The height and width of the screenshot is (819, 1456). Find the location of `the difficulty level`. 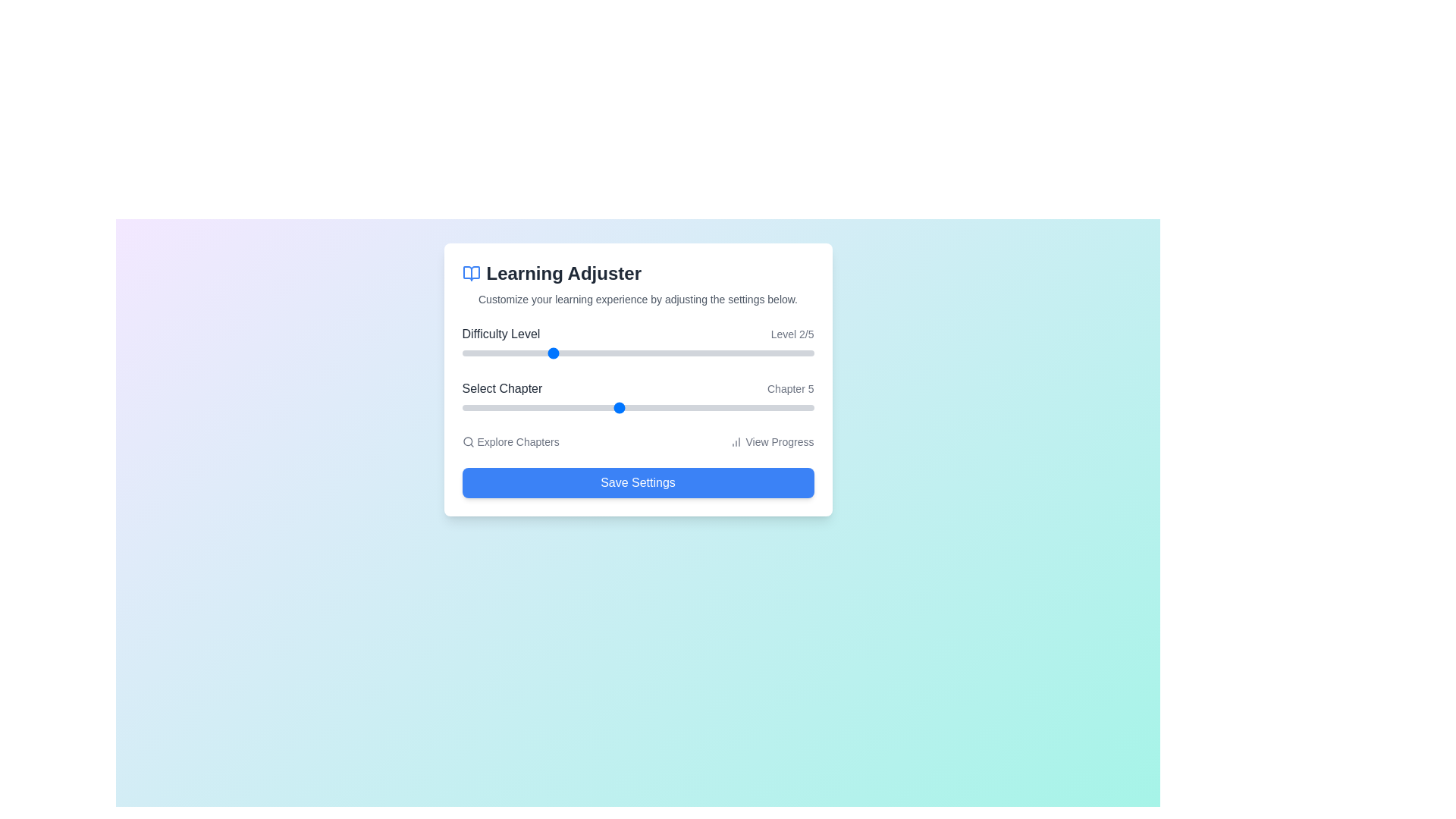

the difficulty level is located at coordinates (638, 353).